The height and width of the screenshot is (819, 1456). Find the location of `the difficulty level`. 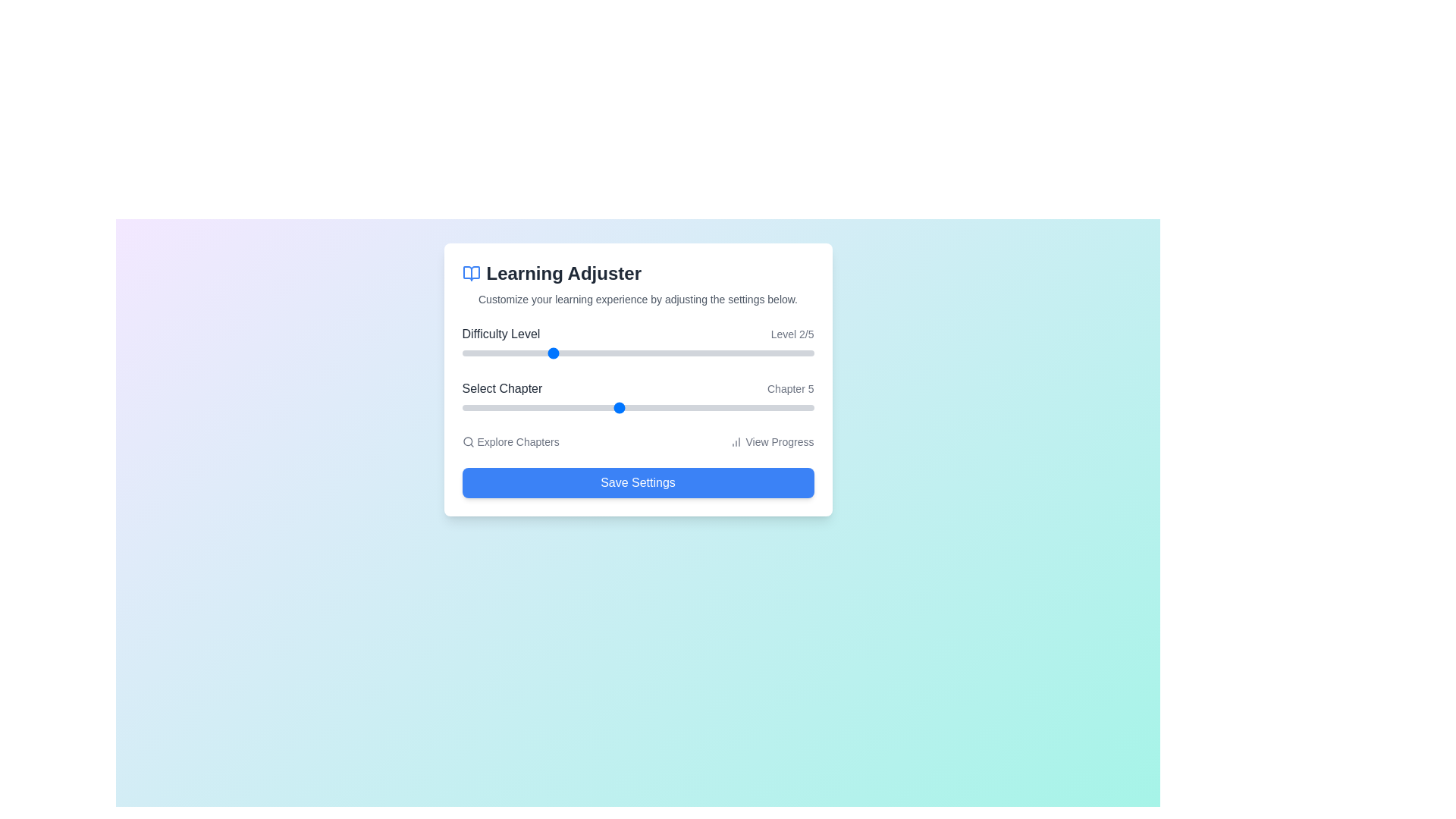

the difficulty level is located at coordinates (638, 353).